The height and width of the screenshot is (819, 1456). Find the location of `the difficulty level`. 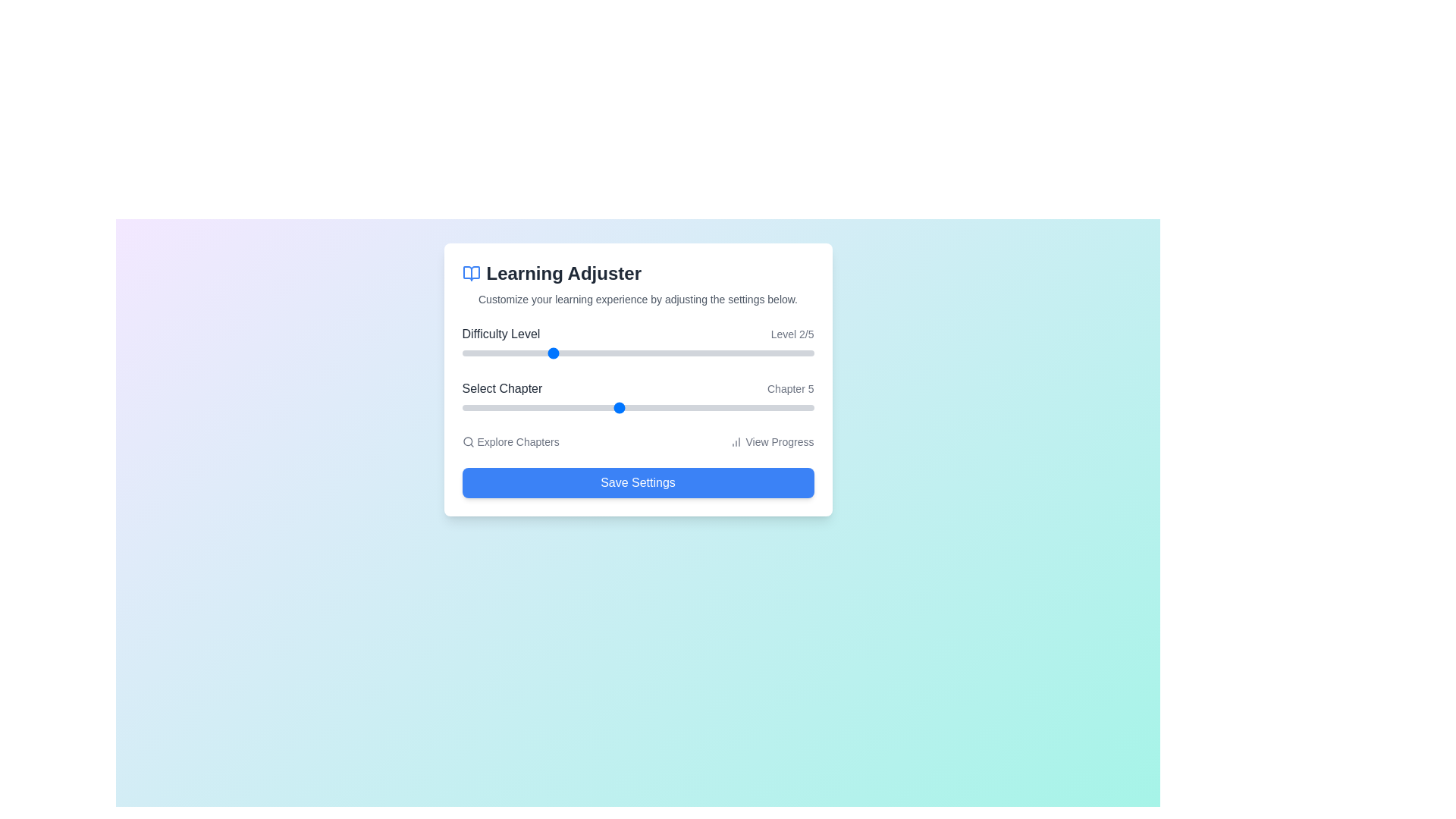

the difficulty level is located at coordinates (638, 353).